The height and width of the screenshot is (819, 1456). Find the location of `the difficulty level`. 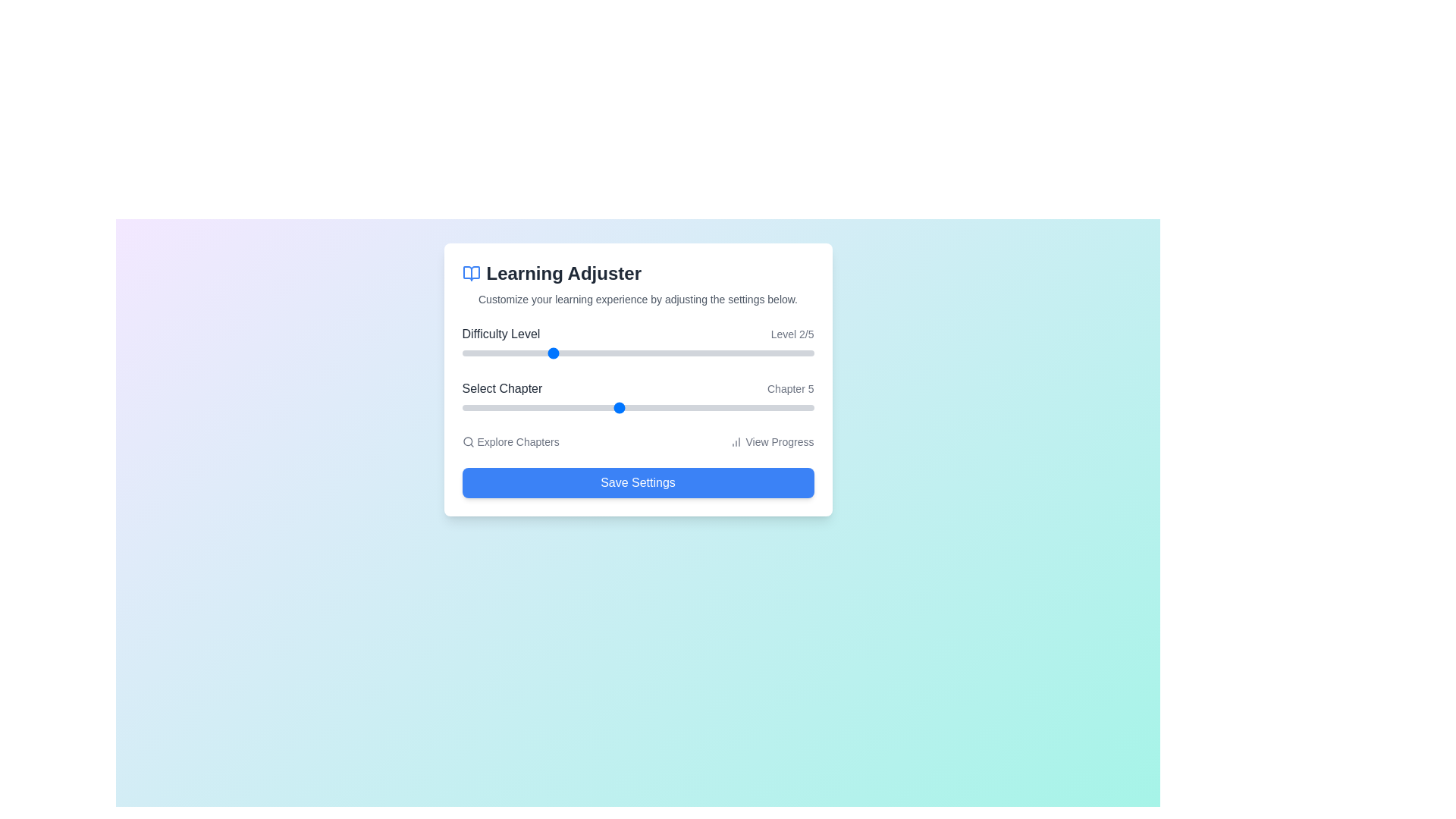

the difficulty level is located at coordinates (638, 353).